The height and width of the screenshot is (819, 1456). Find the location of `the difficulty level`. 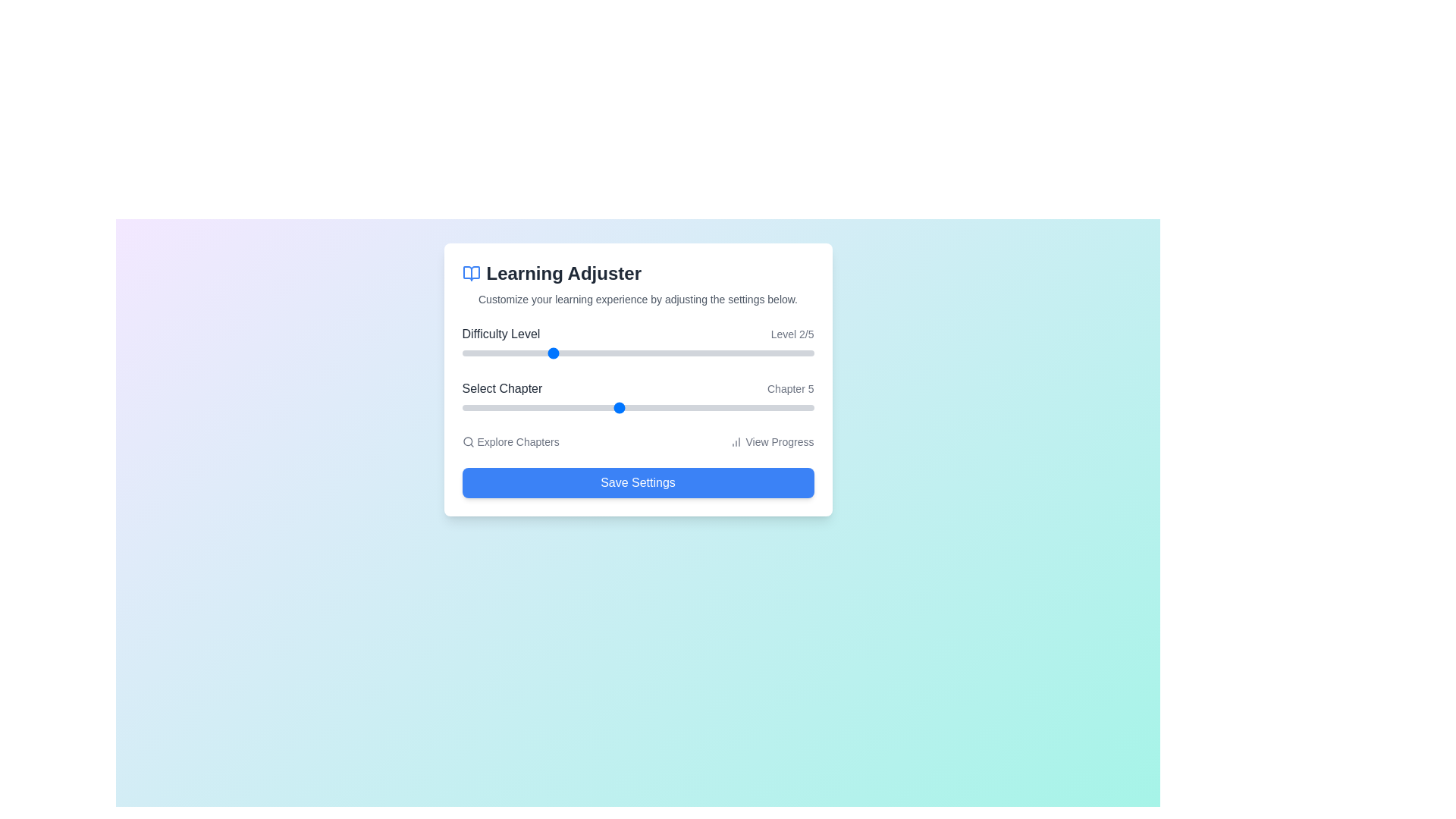

the difficulty level is located at coordinates (638, 353).